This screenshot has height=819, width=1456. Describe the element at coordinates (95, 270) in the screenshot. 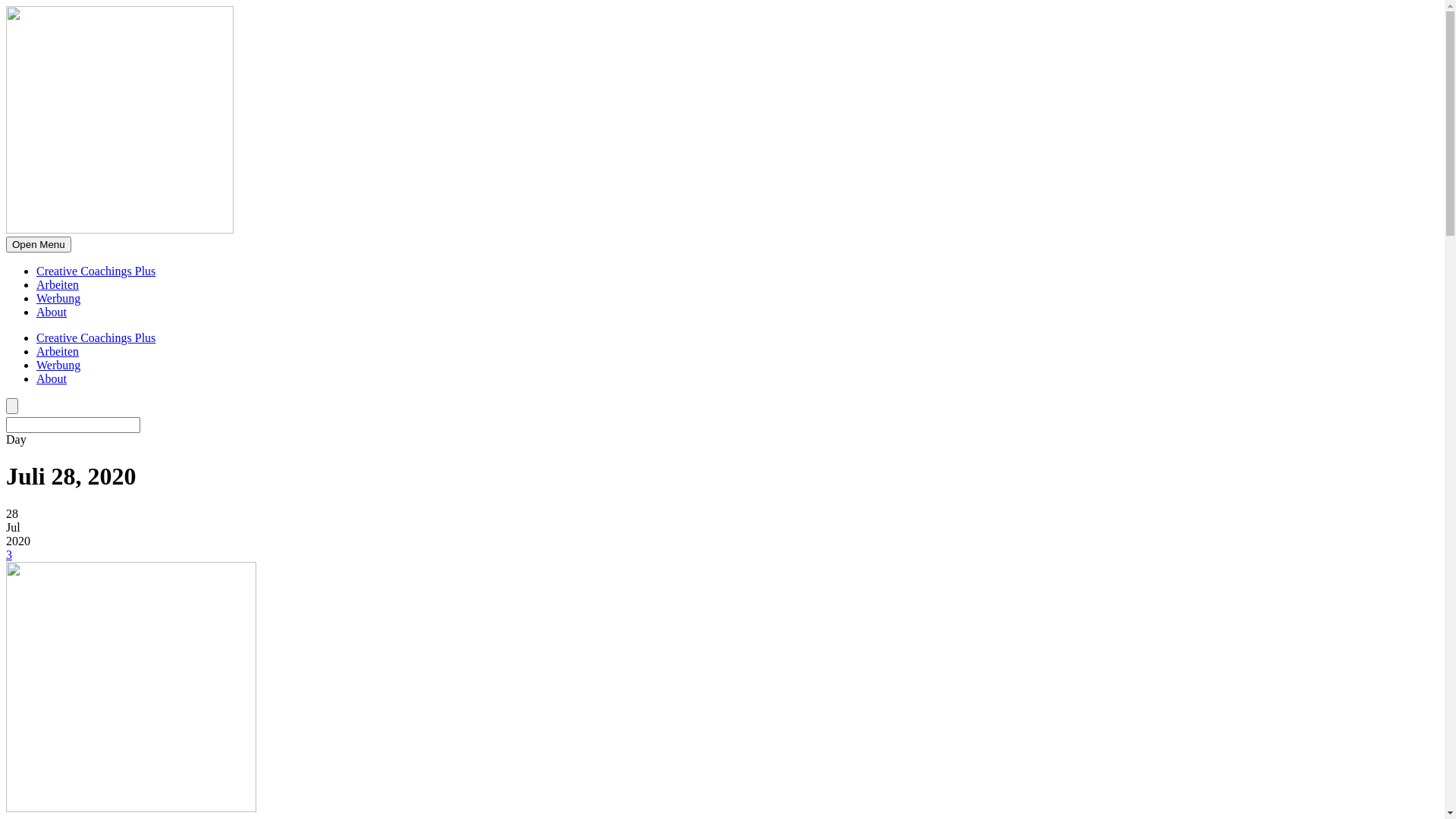

I see `'Creative Coachings Plus'` at that location.